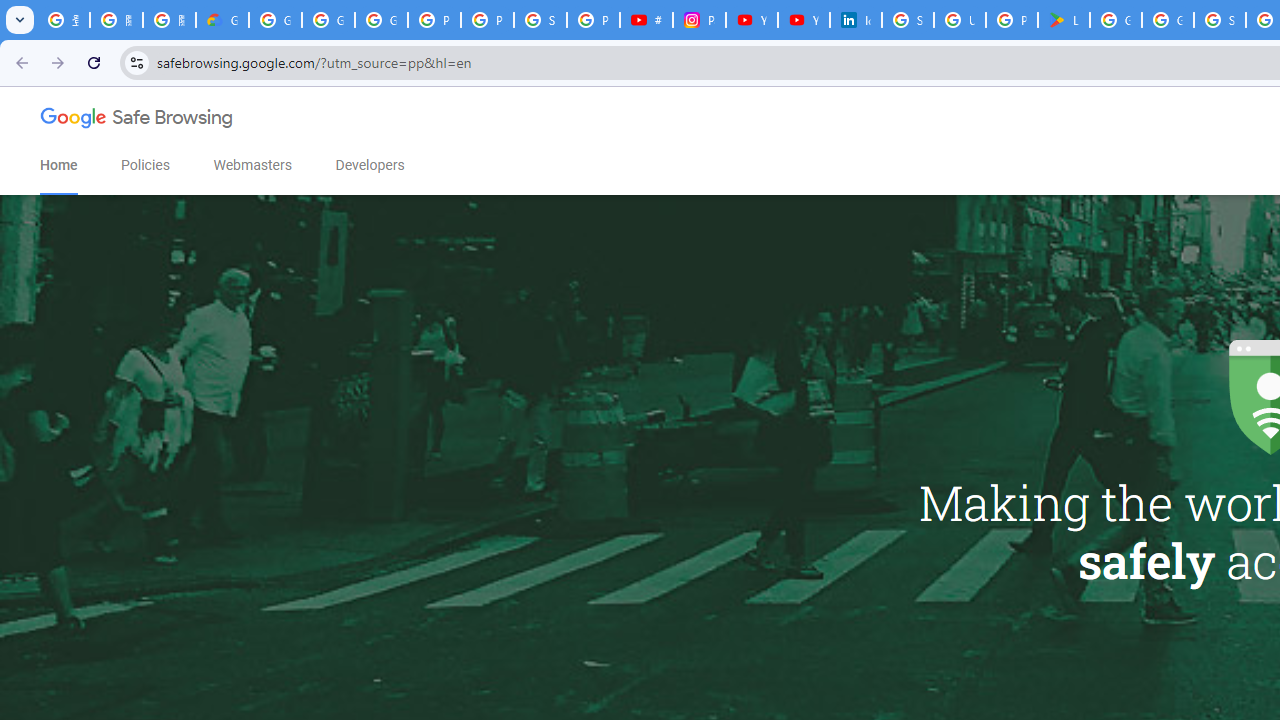 Image resolution: width=1280 pixels, height=720 pixels. I want to click on 'Google Safe Browsing', so click(136, 121).